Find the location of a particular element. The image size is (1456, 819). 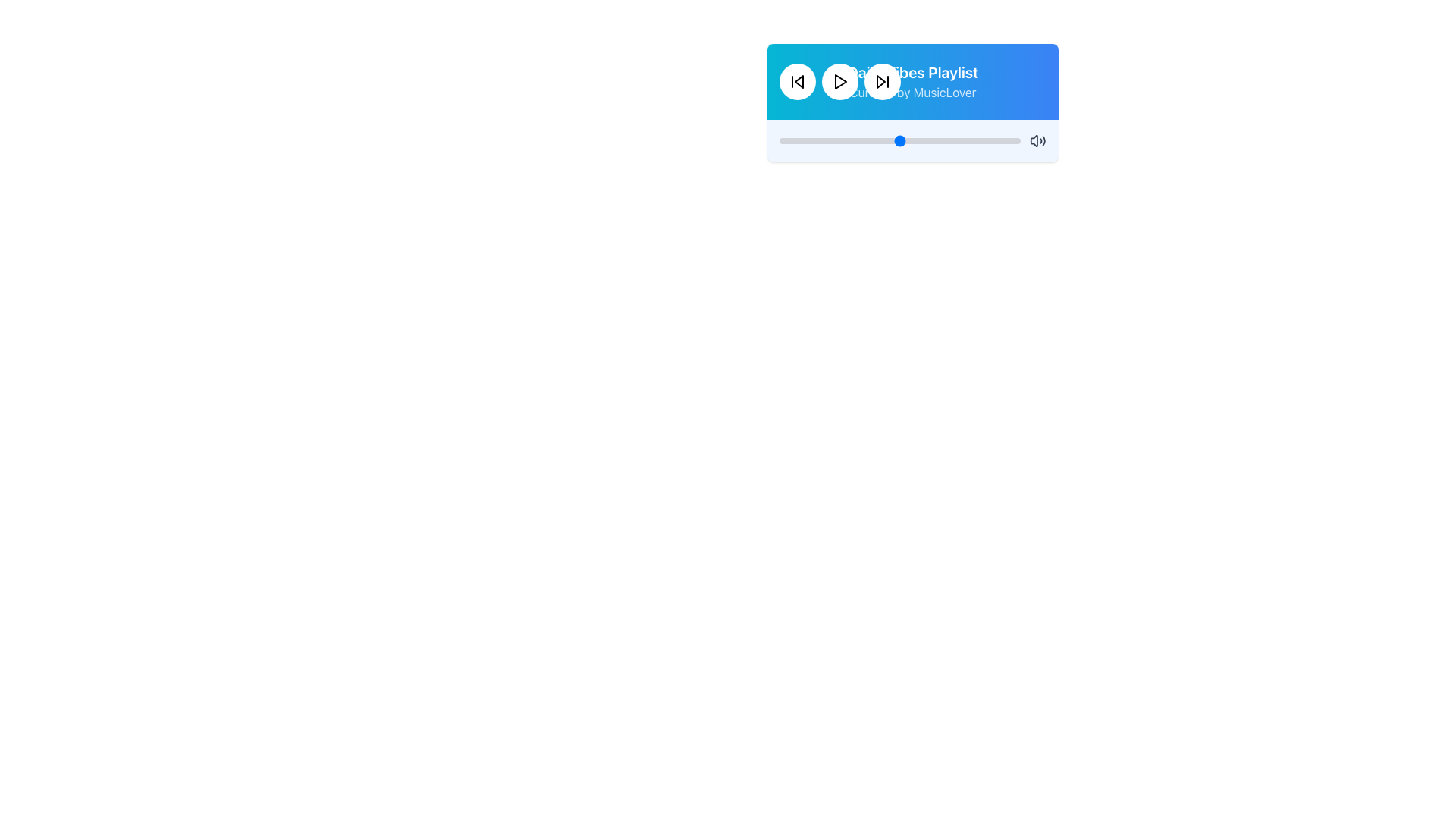

the skip backward button located at the top-left corner of the media control interface is located at coordinates (796, 82).